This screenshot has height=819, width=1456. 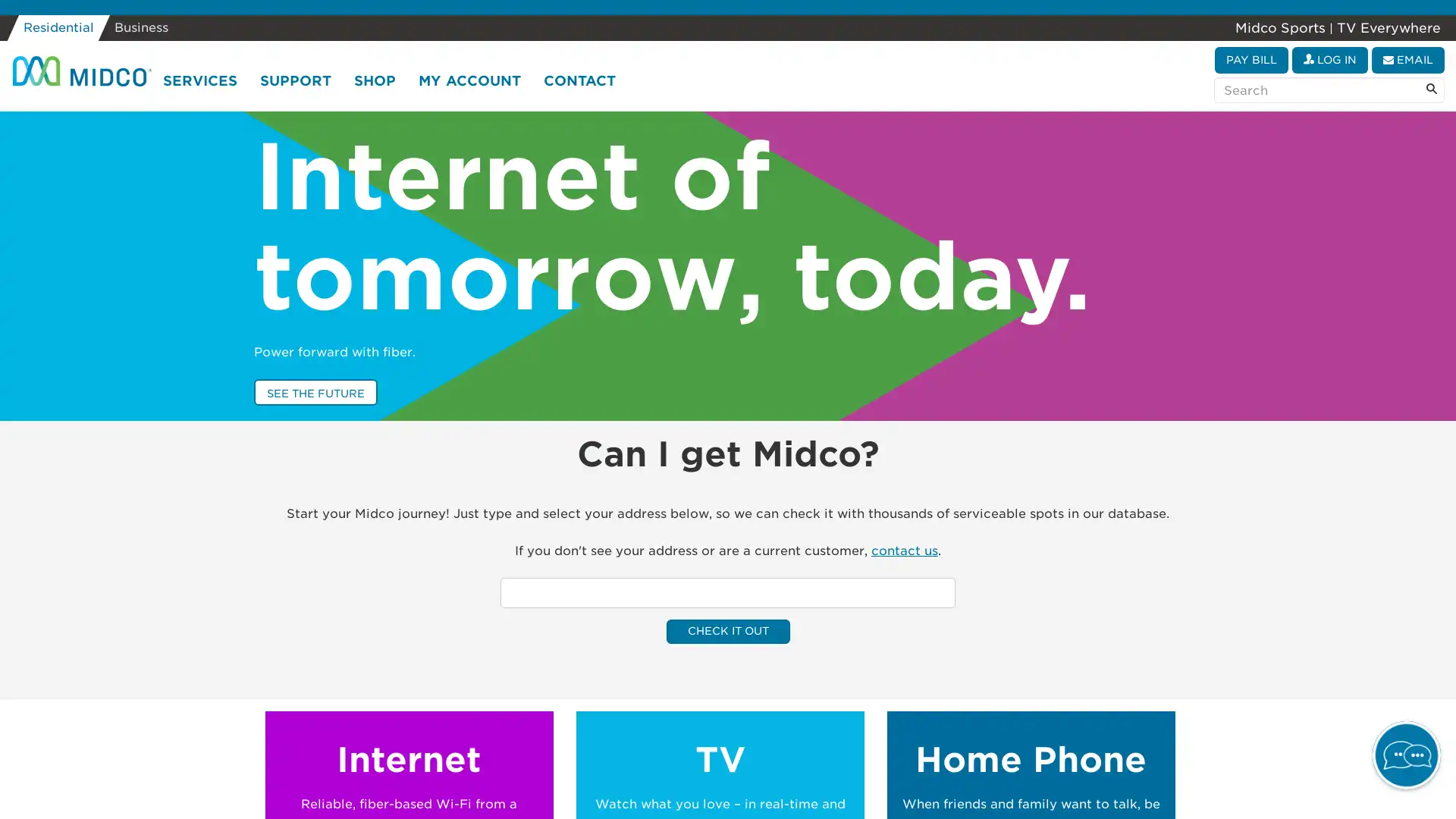 What do you see at coordinates (726, 631) in the screenshot?
I see `CHECK IT OUT` at bounding box center [726, 631].